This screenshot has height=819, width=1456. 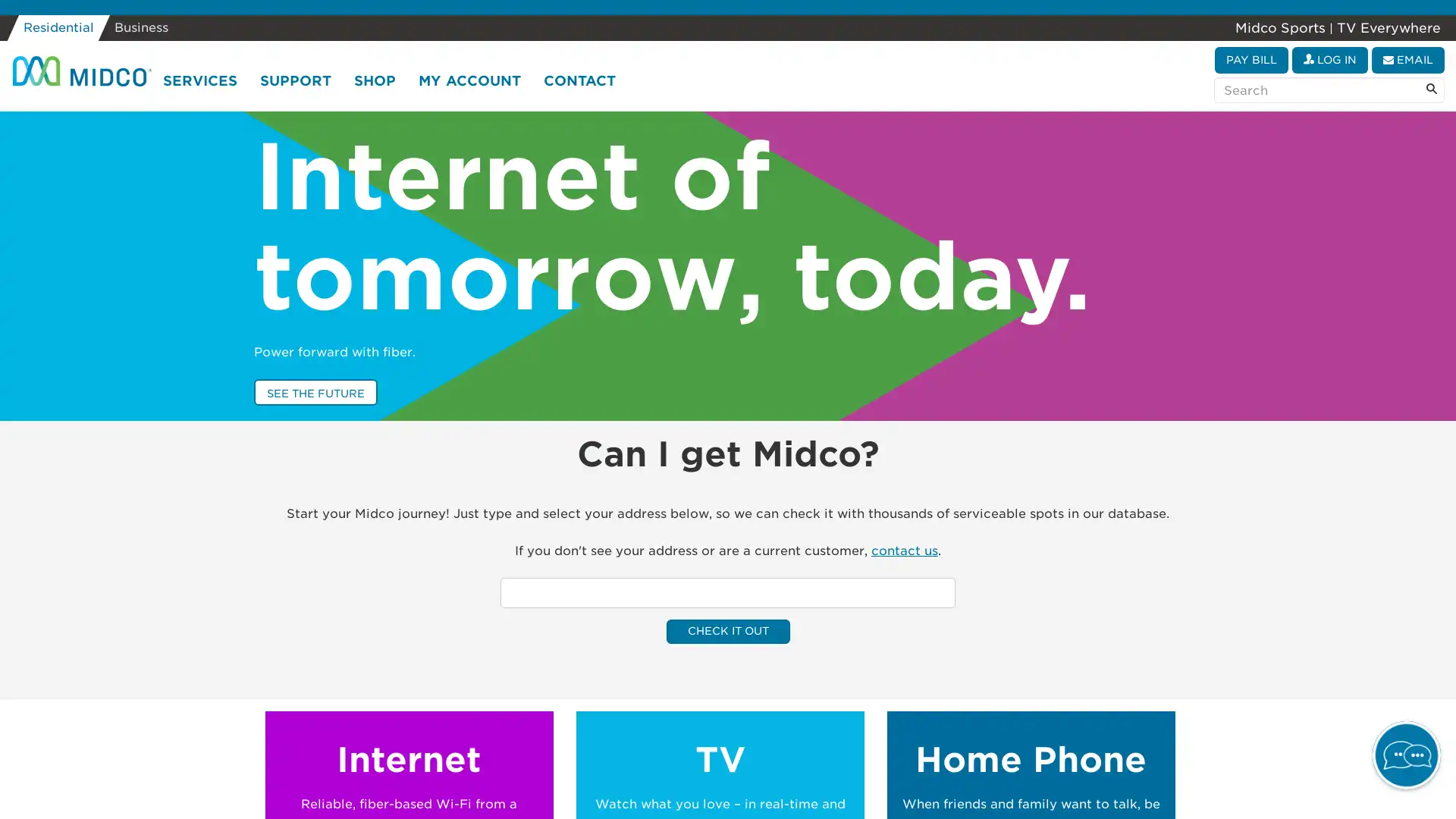 What do you see at coordinates (726, 631) in the screenshot?
I see `CHECK IT OUT` at bounding box center [726, 631].